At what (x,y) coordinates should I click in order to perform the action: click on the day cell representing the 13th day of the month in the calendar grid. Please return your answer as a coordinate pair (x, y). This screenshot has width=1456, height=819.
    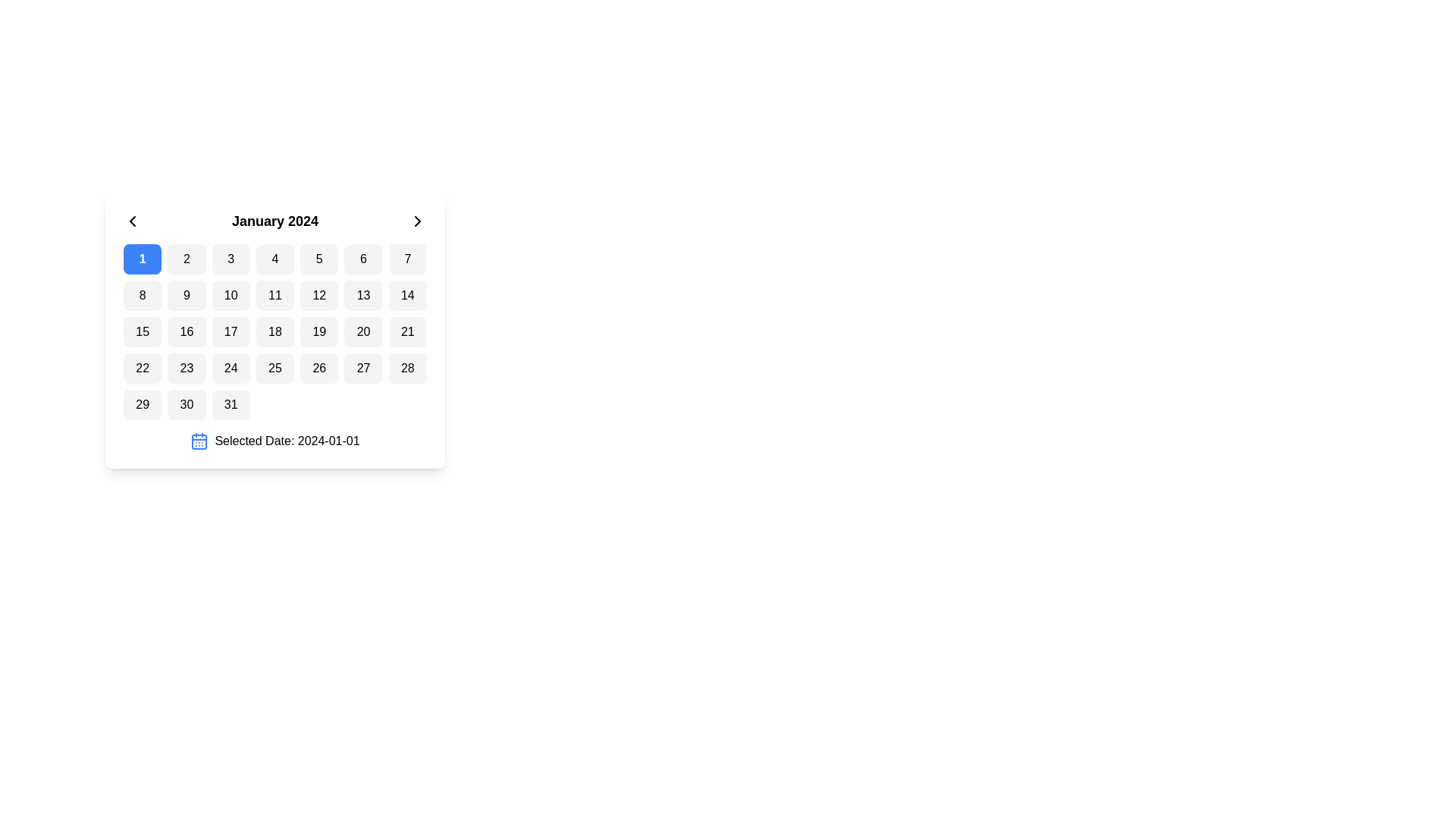
    Looking at the image, I should click on (362, 295).